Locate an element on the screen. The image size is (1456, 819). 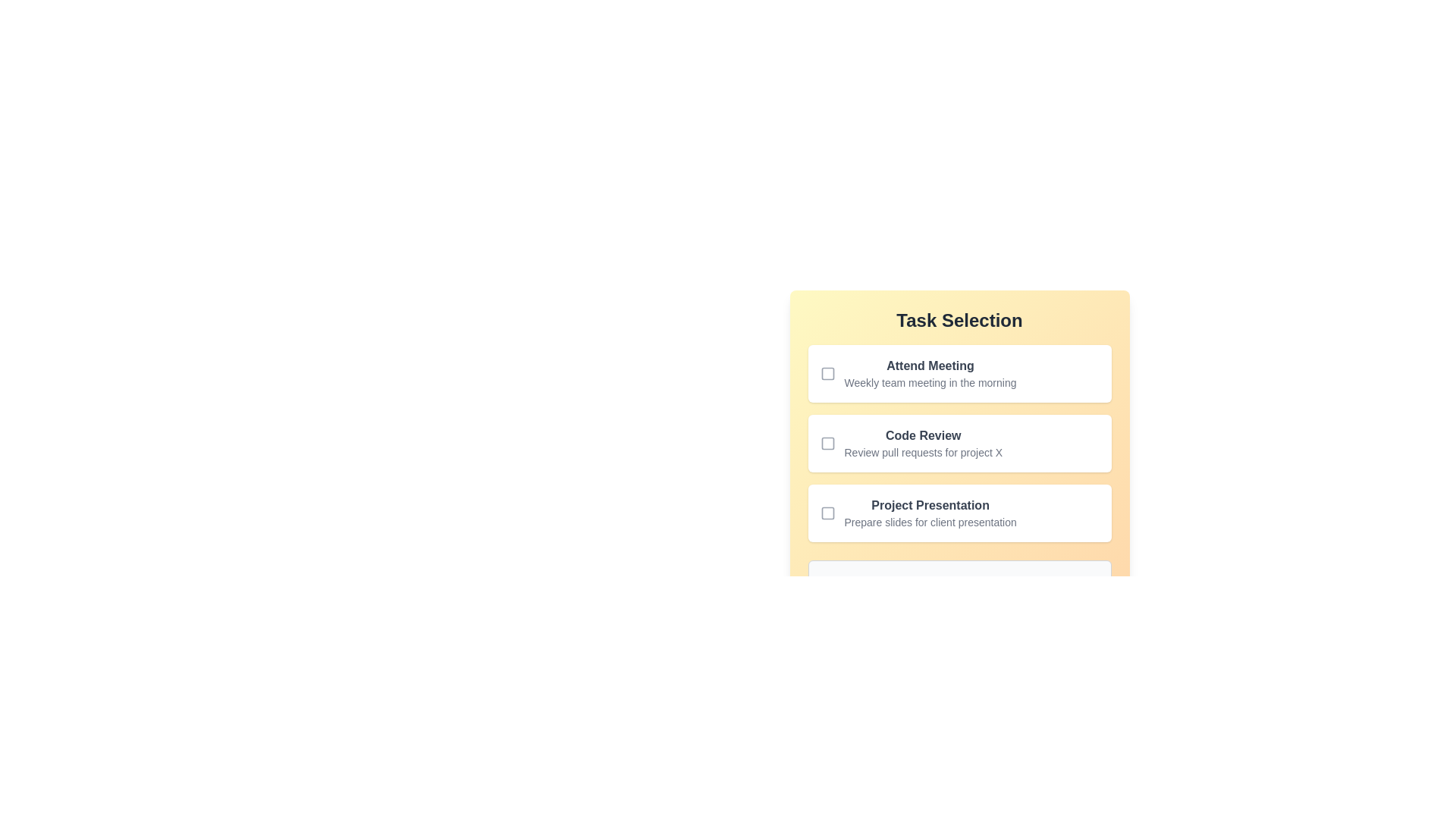
the checkbox for the 'Code Review' task is located at coordinates (827, 444).